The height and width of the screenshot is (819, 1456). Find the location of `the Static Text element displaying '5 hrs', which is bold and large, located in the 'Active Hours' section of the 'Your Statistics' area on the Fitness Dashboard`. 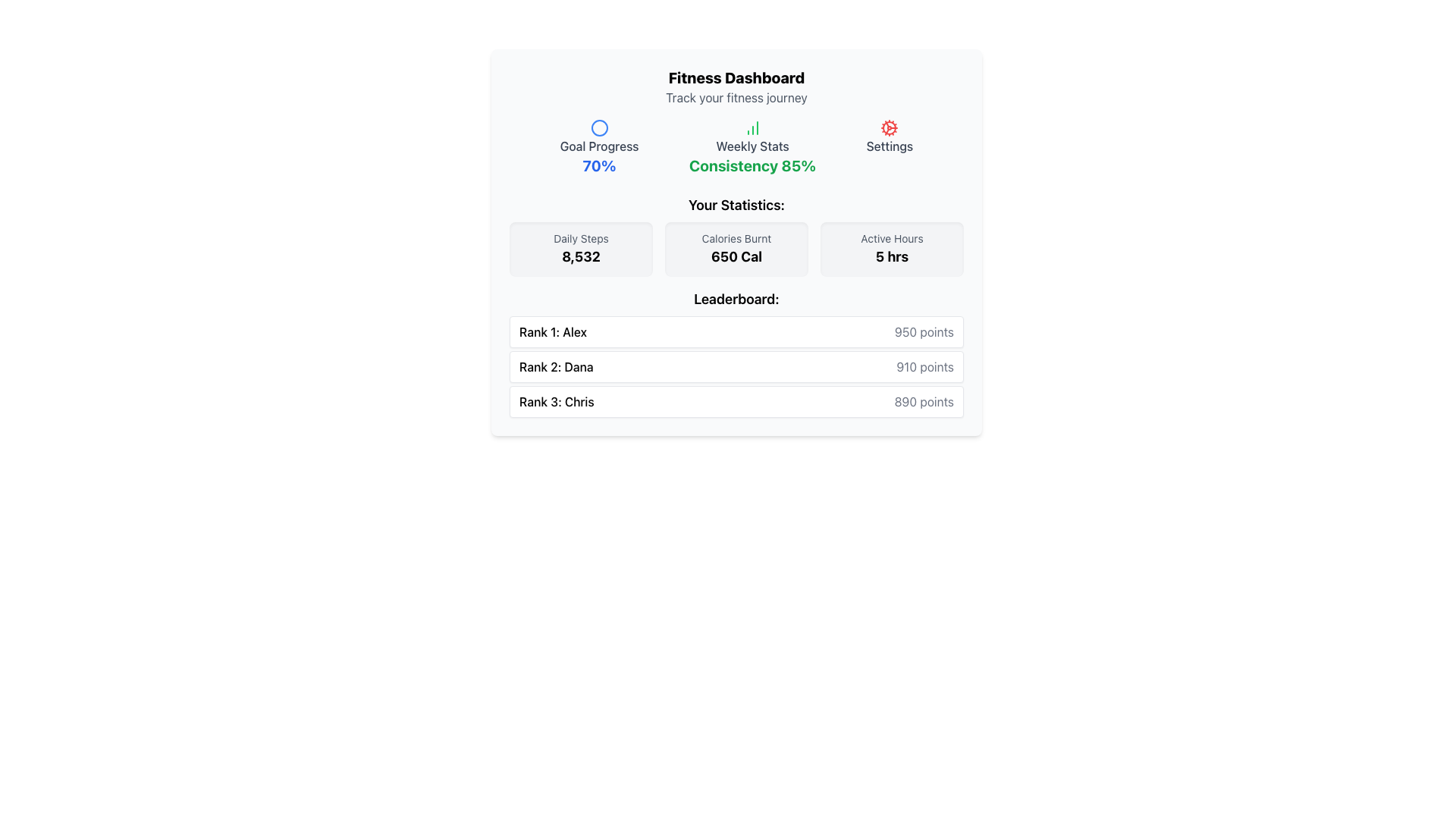

the Static Text element displaying '5 hrs', which is bold and large, located in the 'Active Hours' section of the 'Your Statistics' area on the Fitness Dashboard is located at coordinates (892, 256).